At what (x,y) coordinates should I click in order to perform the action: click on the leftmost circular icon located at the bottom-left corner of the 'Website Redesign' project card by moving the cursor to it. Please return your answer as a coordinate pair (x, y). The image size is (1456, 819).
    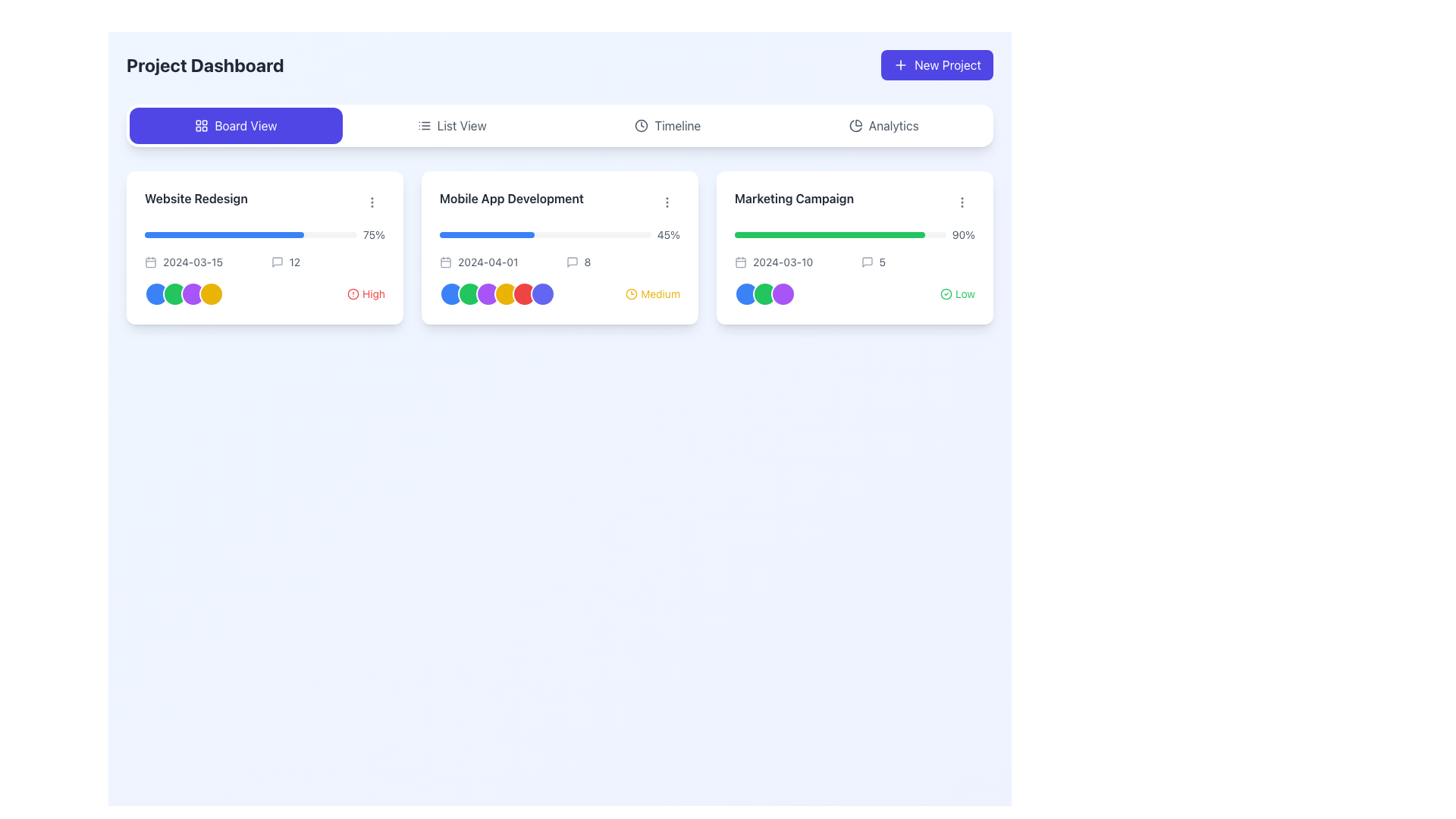
    Looking at the image, I should click on (156, 294).